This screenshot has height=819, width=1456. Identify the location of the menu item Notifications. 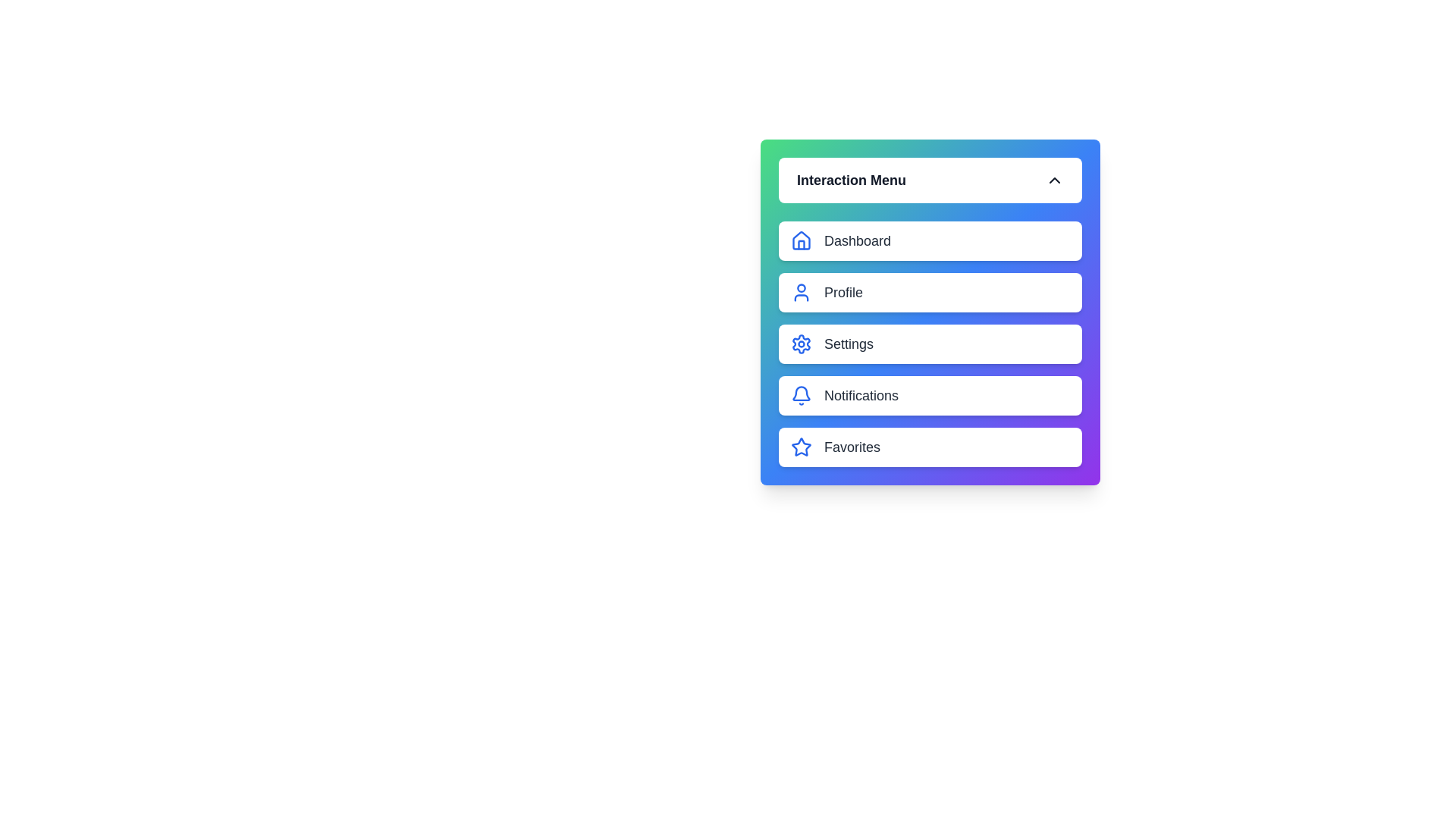
(930, 394).